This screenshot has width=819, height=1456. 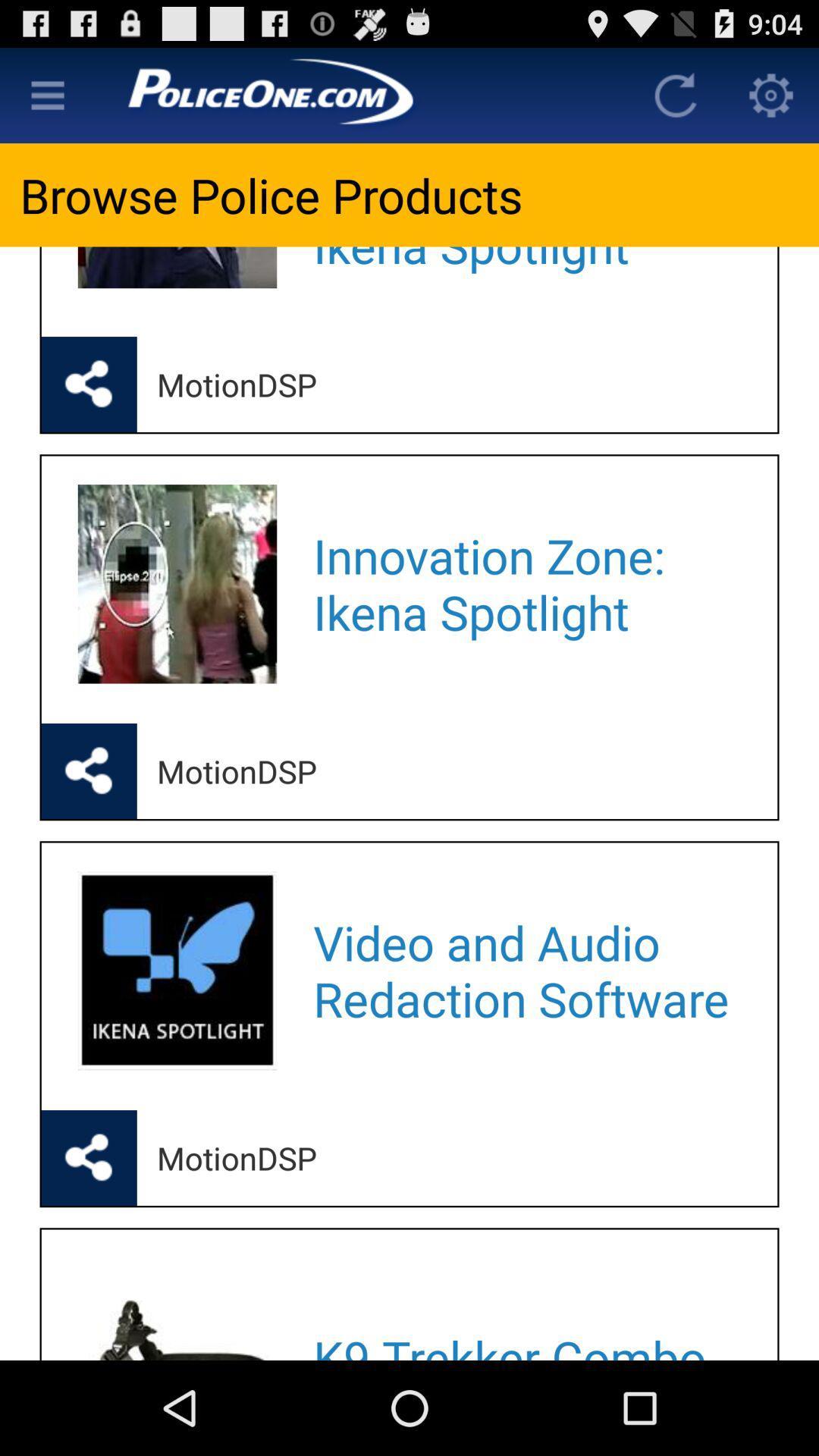 I want to click on item above the browse police products, so click(x=362, y=94).